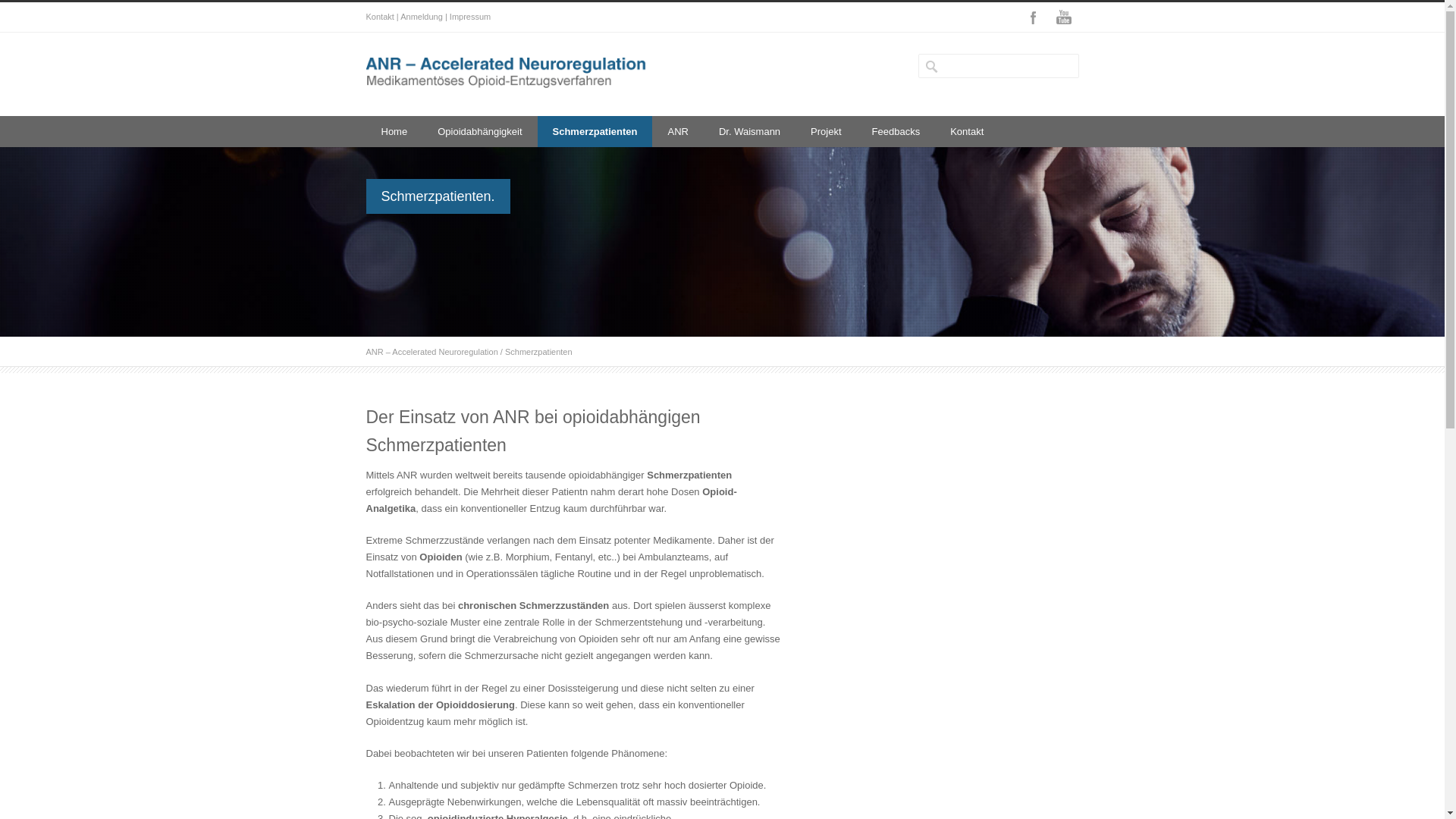 The width and height of the screenshot is (1456, 819). What do you see at coordinates (896, 130) in the screenshot?
I see `'Feedbacks'` at bounding box center [896, 130].